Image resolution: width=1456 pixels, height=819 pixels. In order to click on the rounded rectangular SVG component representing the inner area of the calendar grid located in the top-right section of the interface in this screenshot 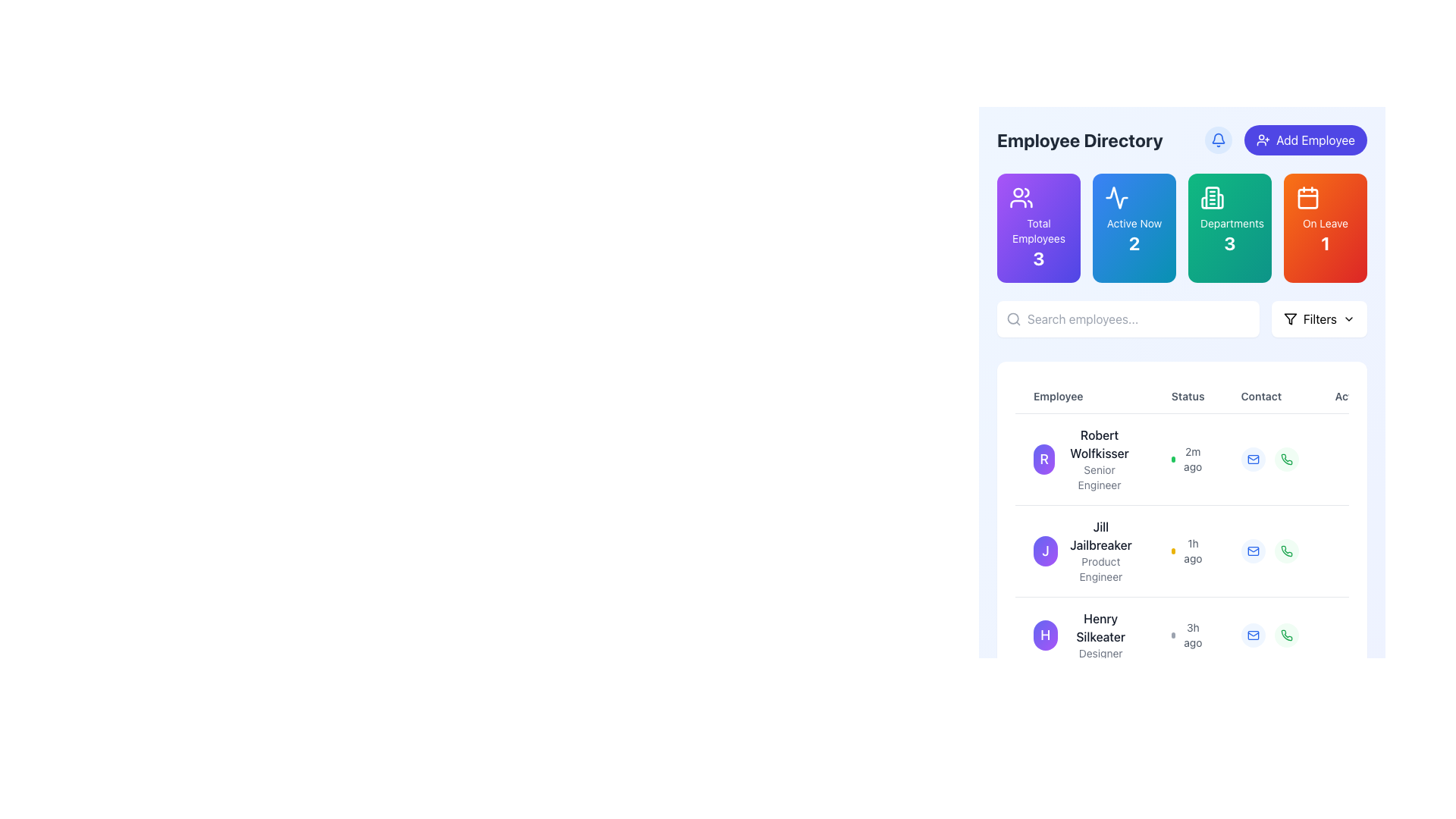, I will do `click(1307, 198)`.